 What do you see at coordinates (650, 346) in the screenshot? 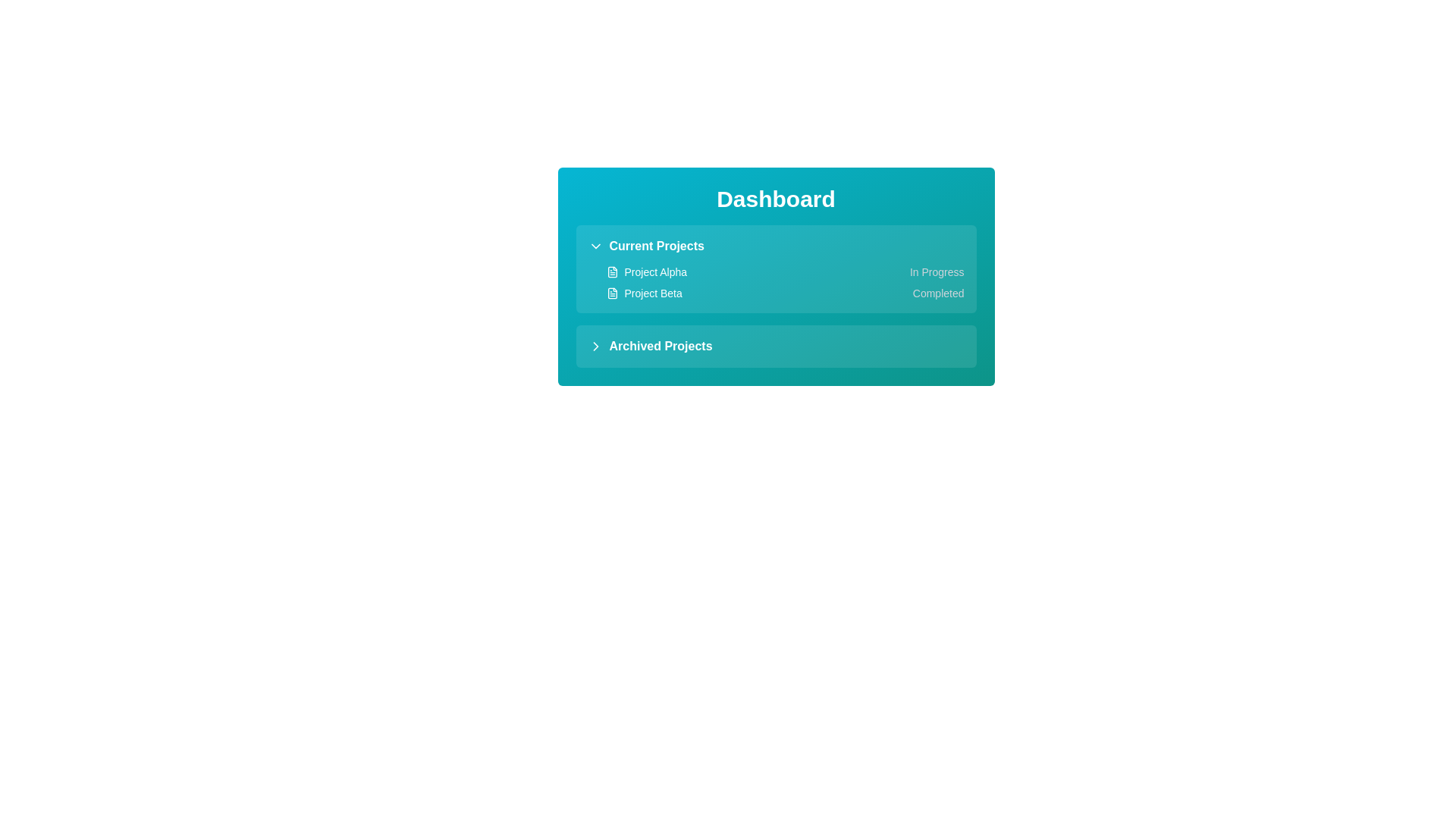
I see `the 'Archived Projects' button` at bounding box center [650, 346].